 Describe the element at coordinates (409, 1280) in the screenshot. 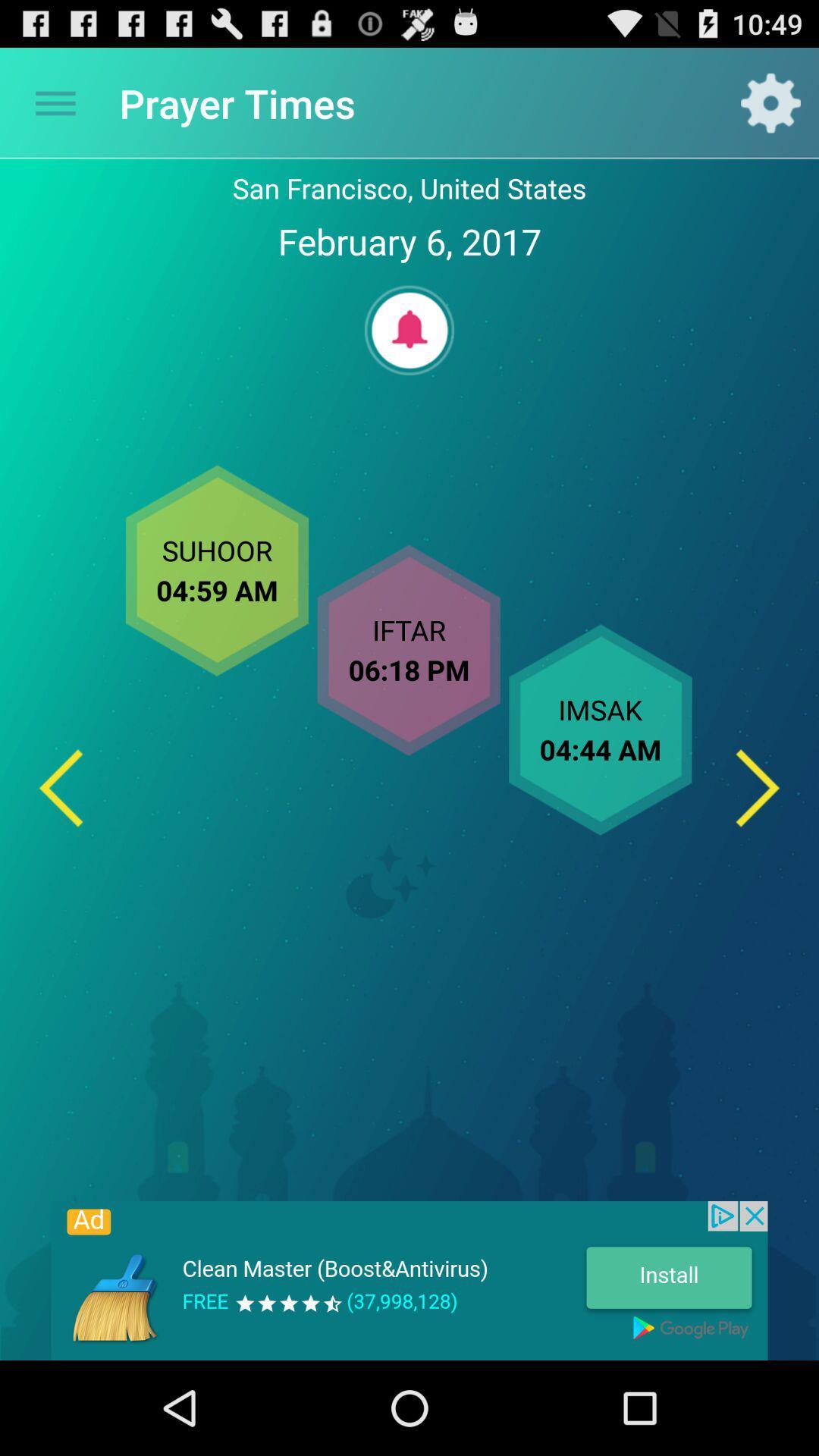

I see `advertisement` at that location.